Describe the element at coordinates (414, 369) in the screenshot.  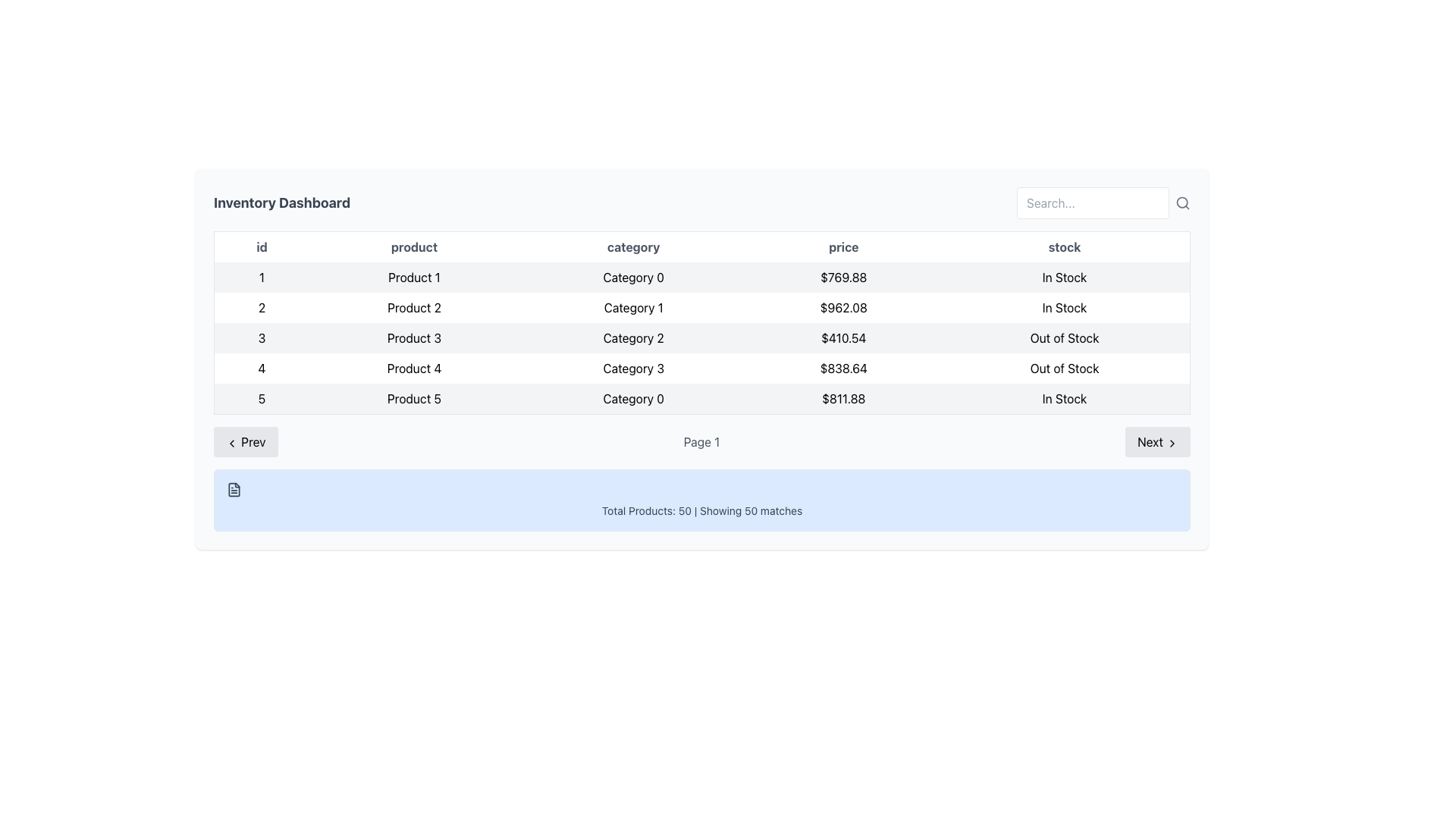
I see `the text display cell in the 'product' column of the fourth row containing the text 'Product 4'` at that location.